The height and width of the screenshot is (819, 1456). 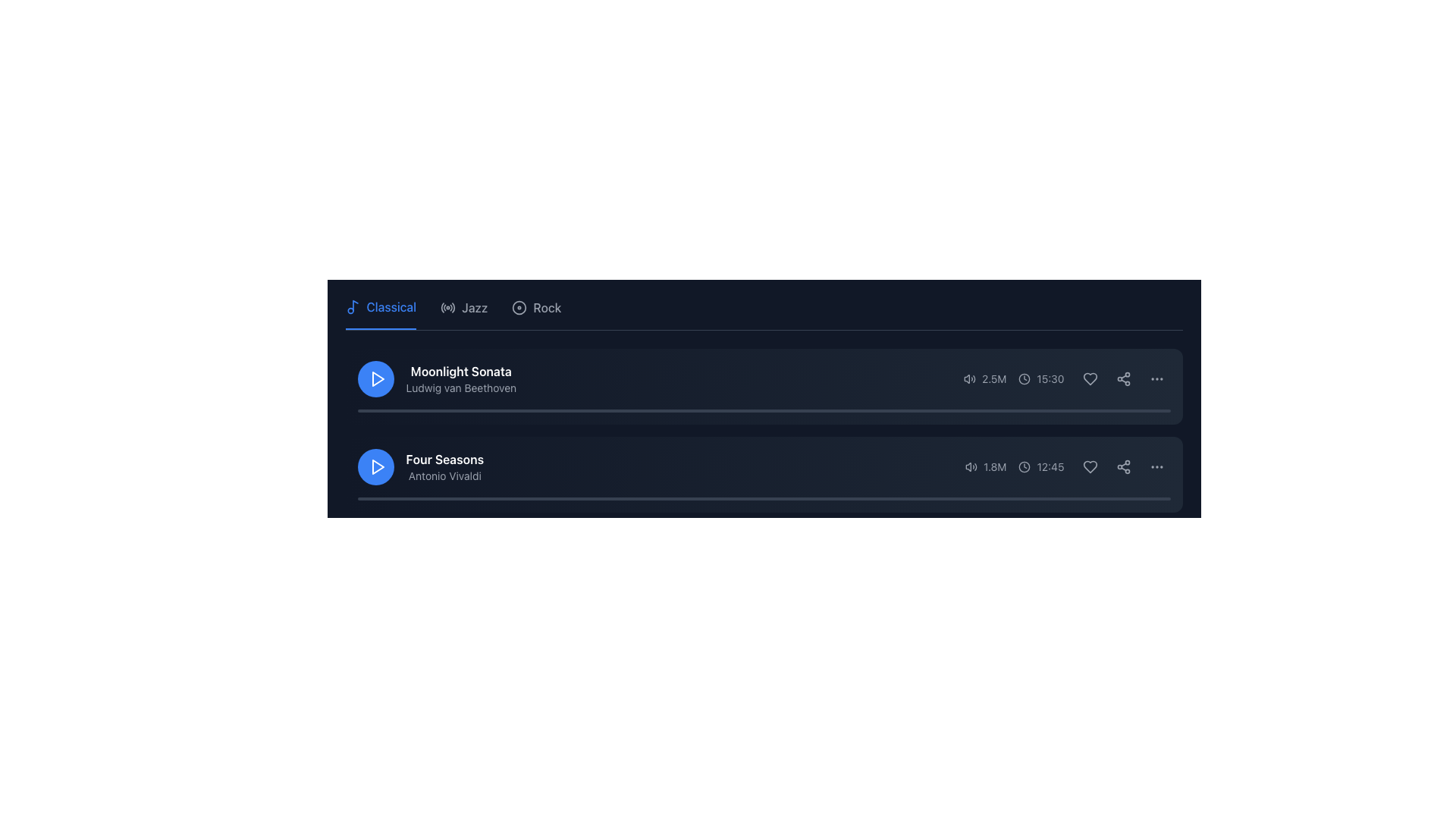 I want to click on the text label displaying 'Four Seasons' and 'Antonio Vivaldi', which is located below 'Moonlight Sonata' in the list, so click(x=444, y=466).